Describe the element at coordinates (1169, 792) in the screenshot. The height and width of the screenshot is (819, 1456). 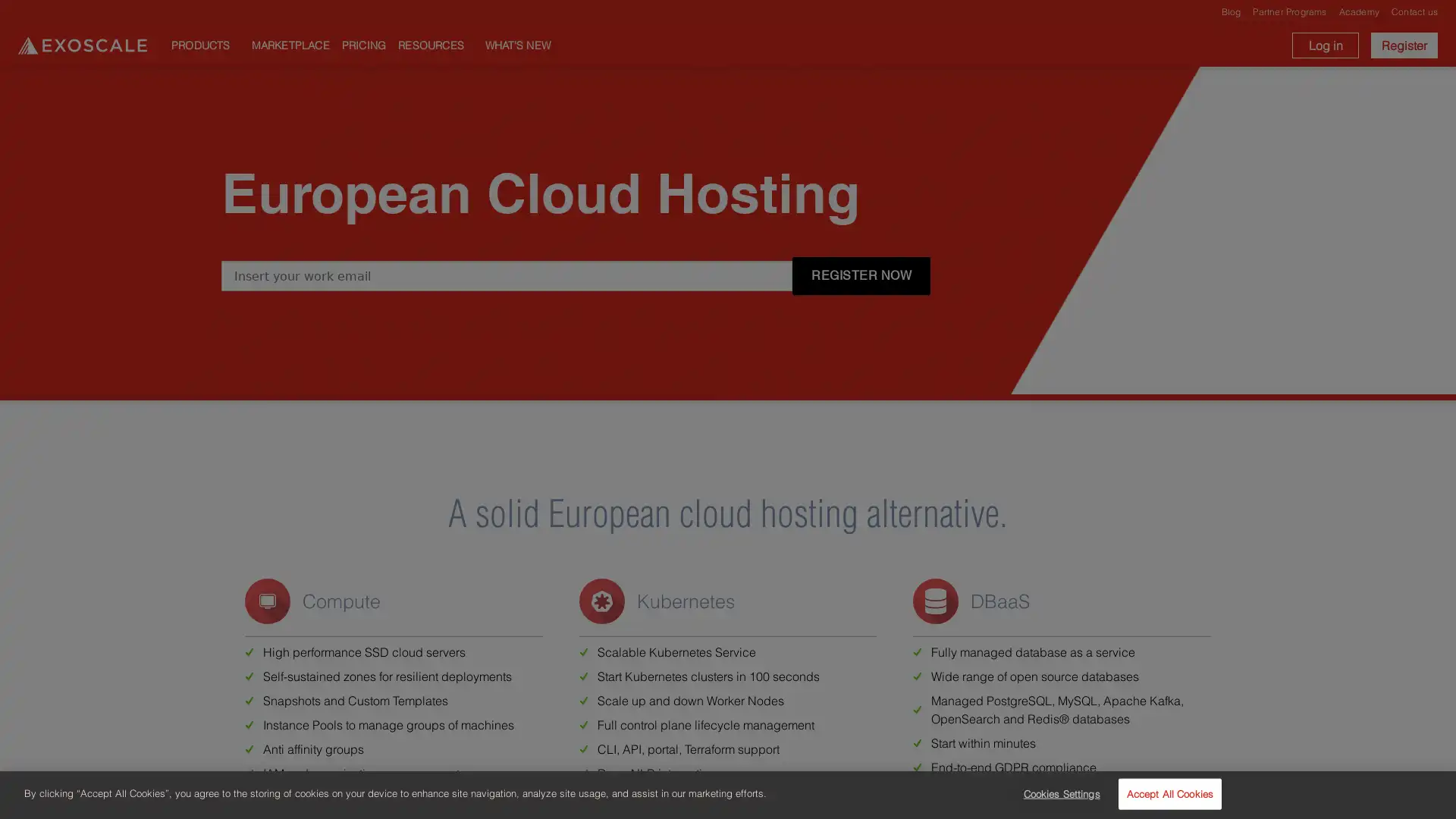
I see `Accept All Cookies` at that location.